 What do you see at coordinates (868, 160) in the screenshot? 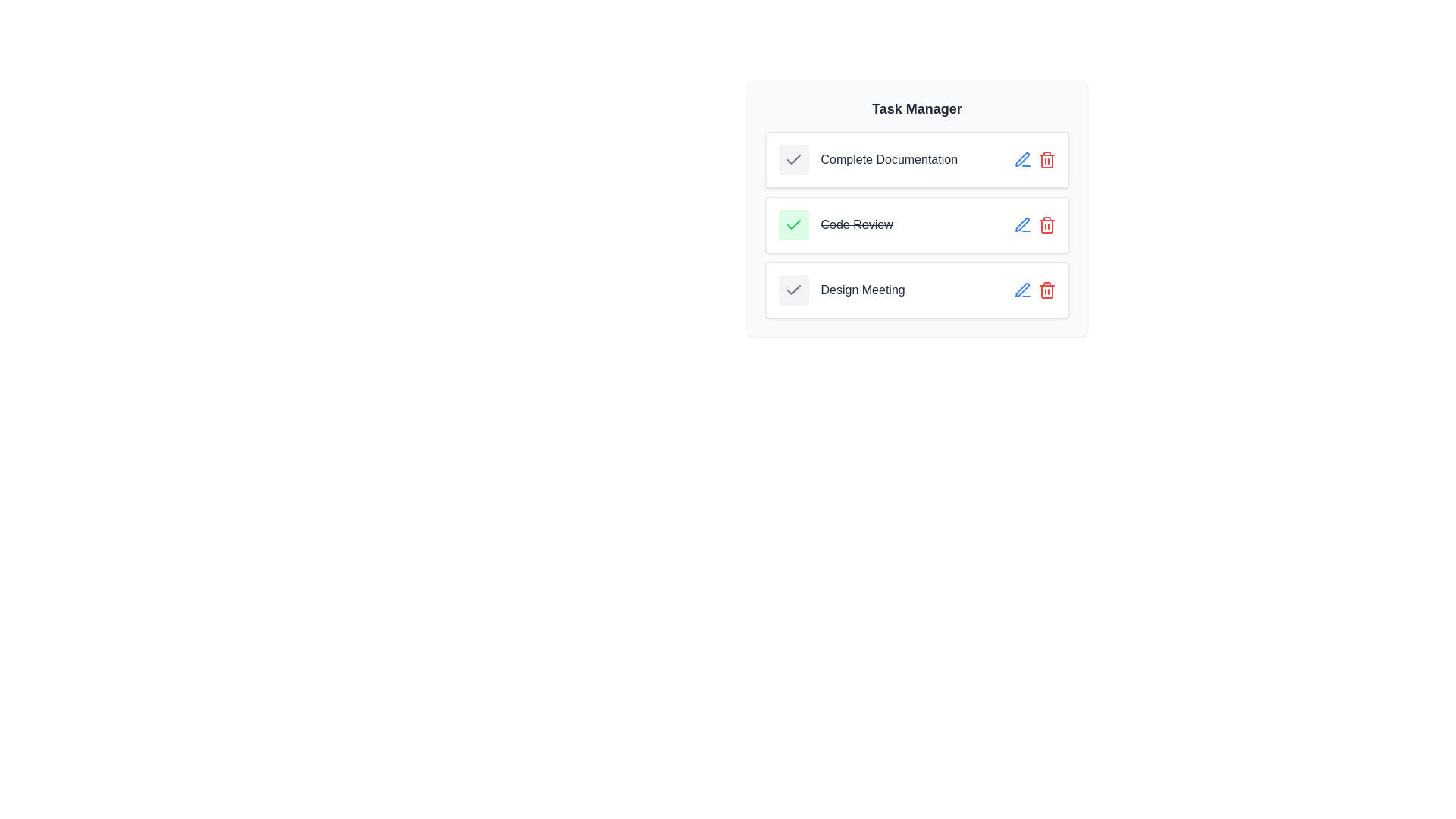
I see `the task labeled 'Complete Documentation', which is marked as completed with a checkmark` at bounding box center [868, 160].